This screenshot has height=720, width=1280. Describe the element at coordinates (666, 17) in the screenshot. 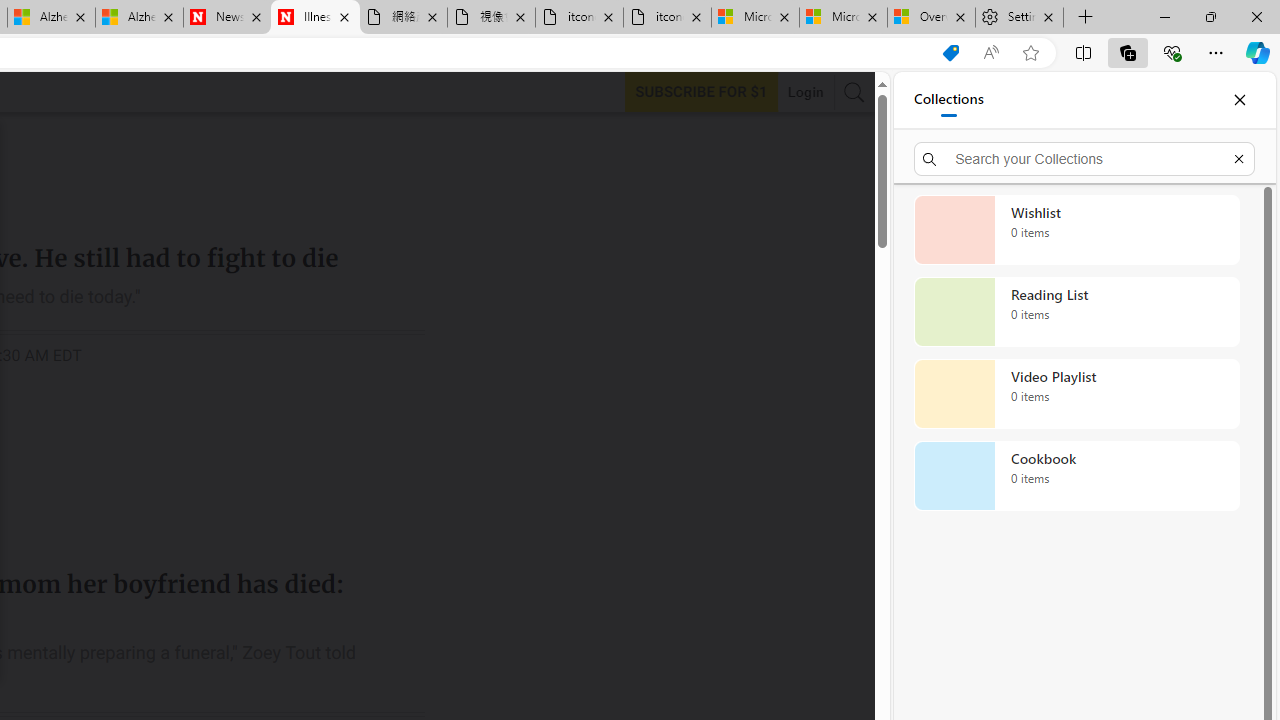

I see `'itconcepthk.com/projector_solutions.mp4'` at that location.